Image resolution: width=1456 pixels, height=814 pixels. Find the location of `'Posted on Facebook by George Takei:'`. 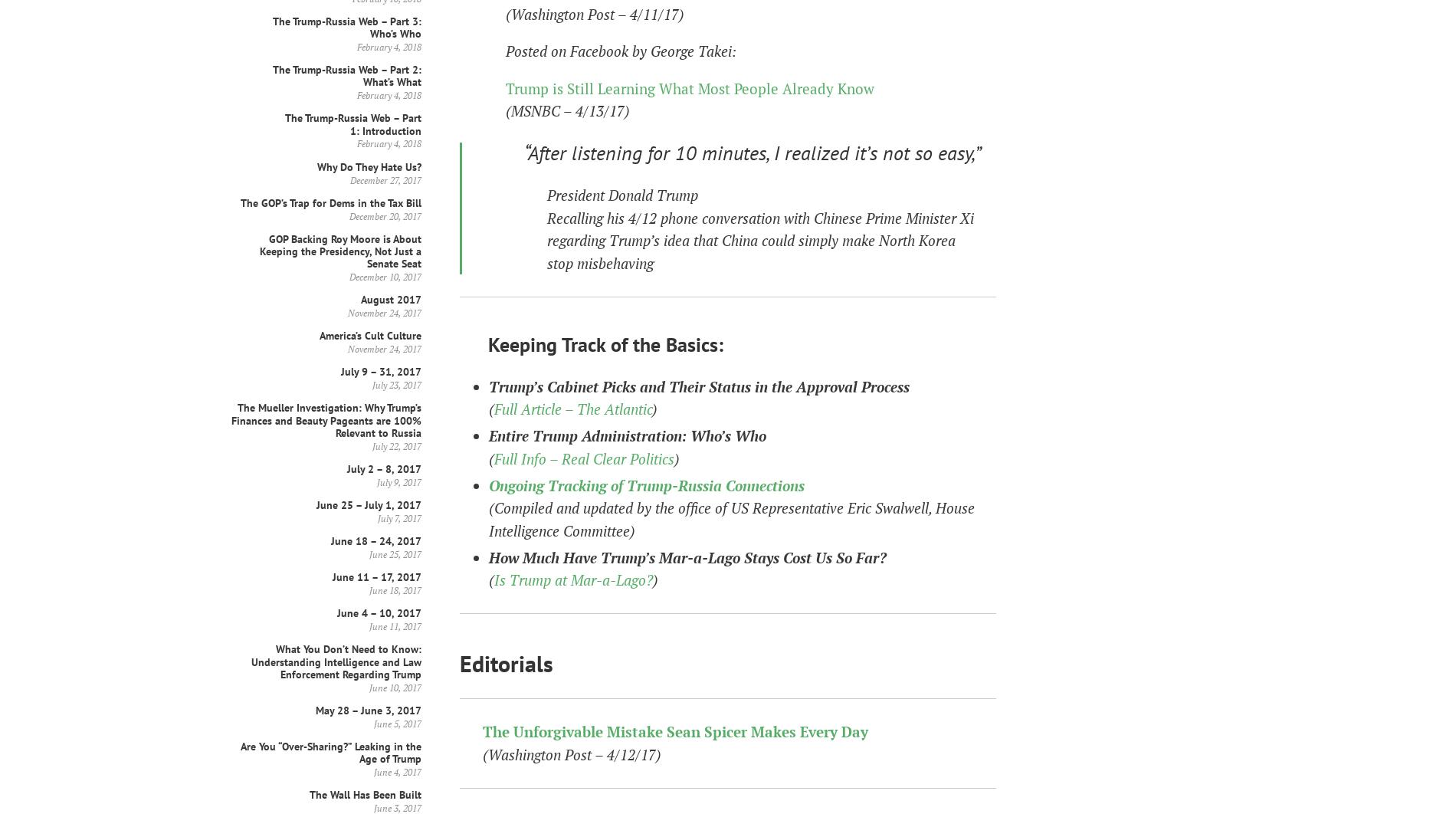

'Posted on Facebook by George Takei:' is located at coordinates (620, 51).